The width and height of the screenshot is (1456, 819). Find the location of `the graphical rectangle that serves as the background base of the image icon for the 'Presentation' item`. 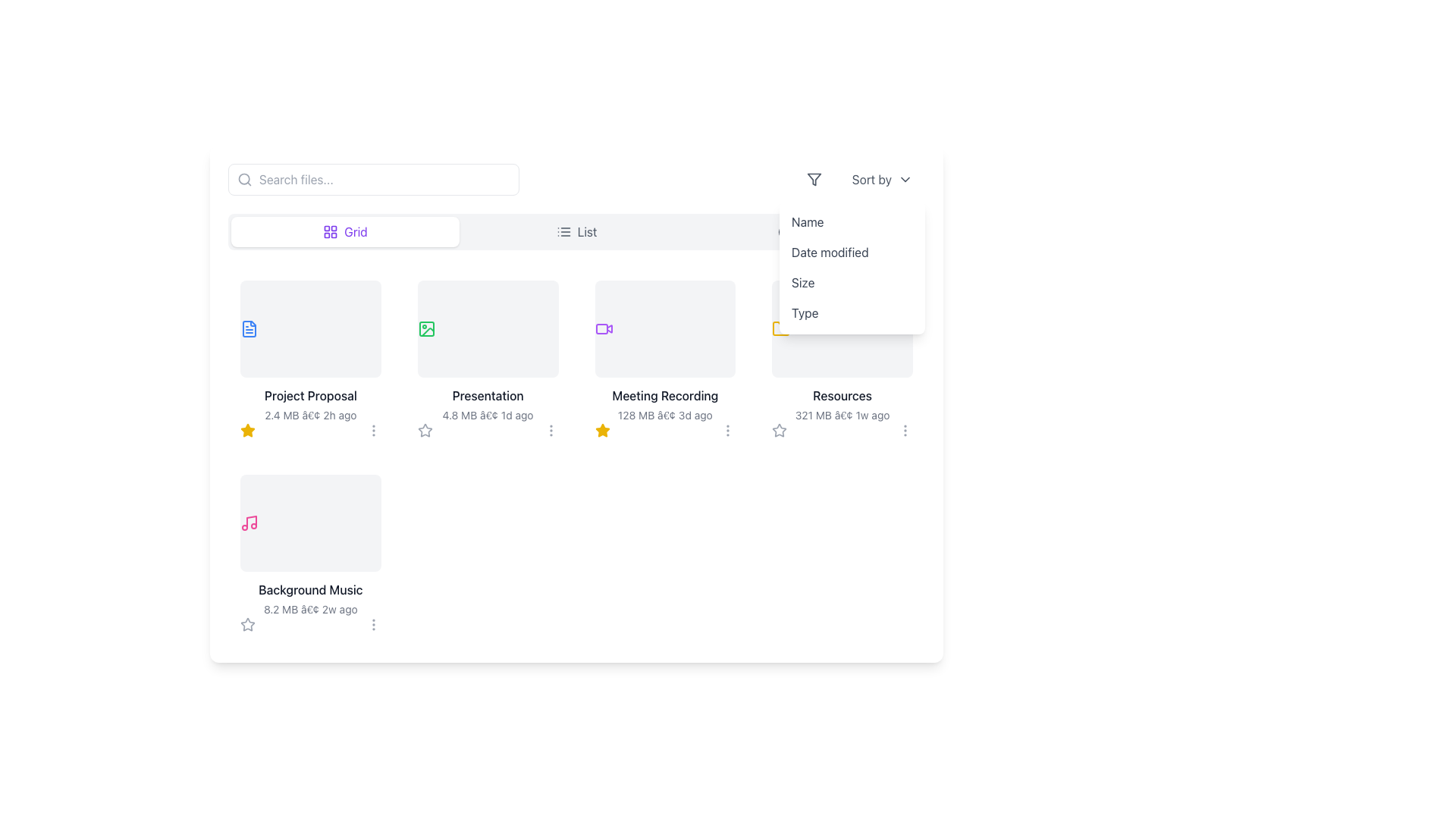

the graphical rectangle that serves as the background base of the image icon for the 'Presentation' item is located at coordinates (425, 328).